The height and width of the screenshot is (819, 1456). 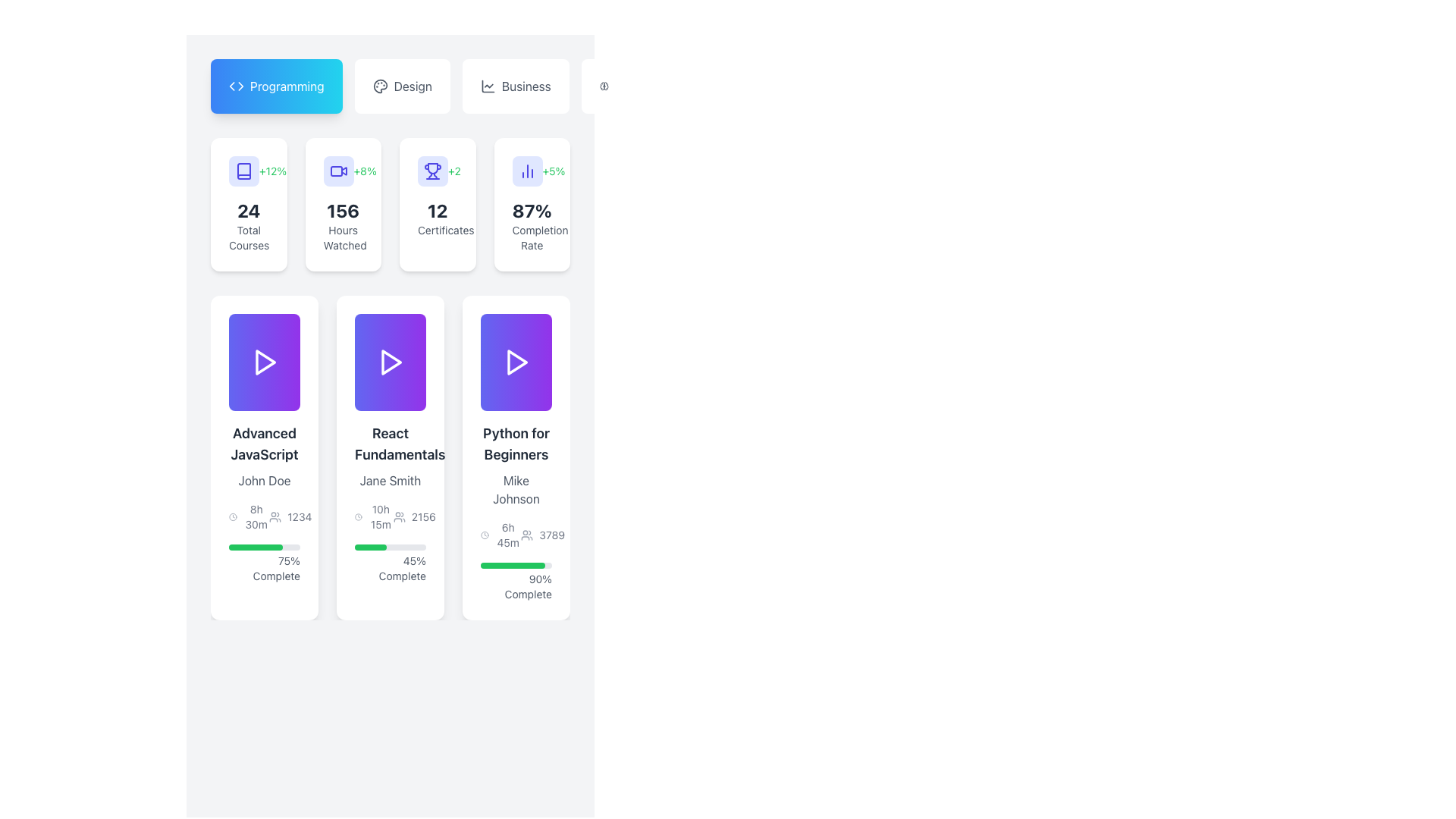 What do you see at coordinates (276, 86) in the screenshot?
I see `the 'Programming' button, which is a rectangular button with a gradient background transitioning from blue to cyan, located at the top section of the interface and is the first button from the left among sibling buttons labeled 'Design' and 'Business'` at bounding box center [276, 86].